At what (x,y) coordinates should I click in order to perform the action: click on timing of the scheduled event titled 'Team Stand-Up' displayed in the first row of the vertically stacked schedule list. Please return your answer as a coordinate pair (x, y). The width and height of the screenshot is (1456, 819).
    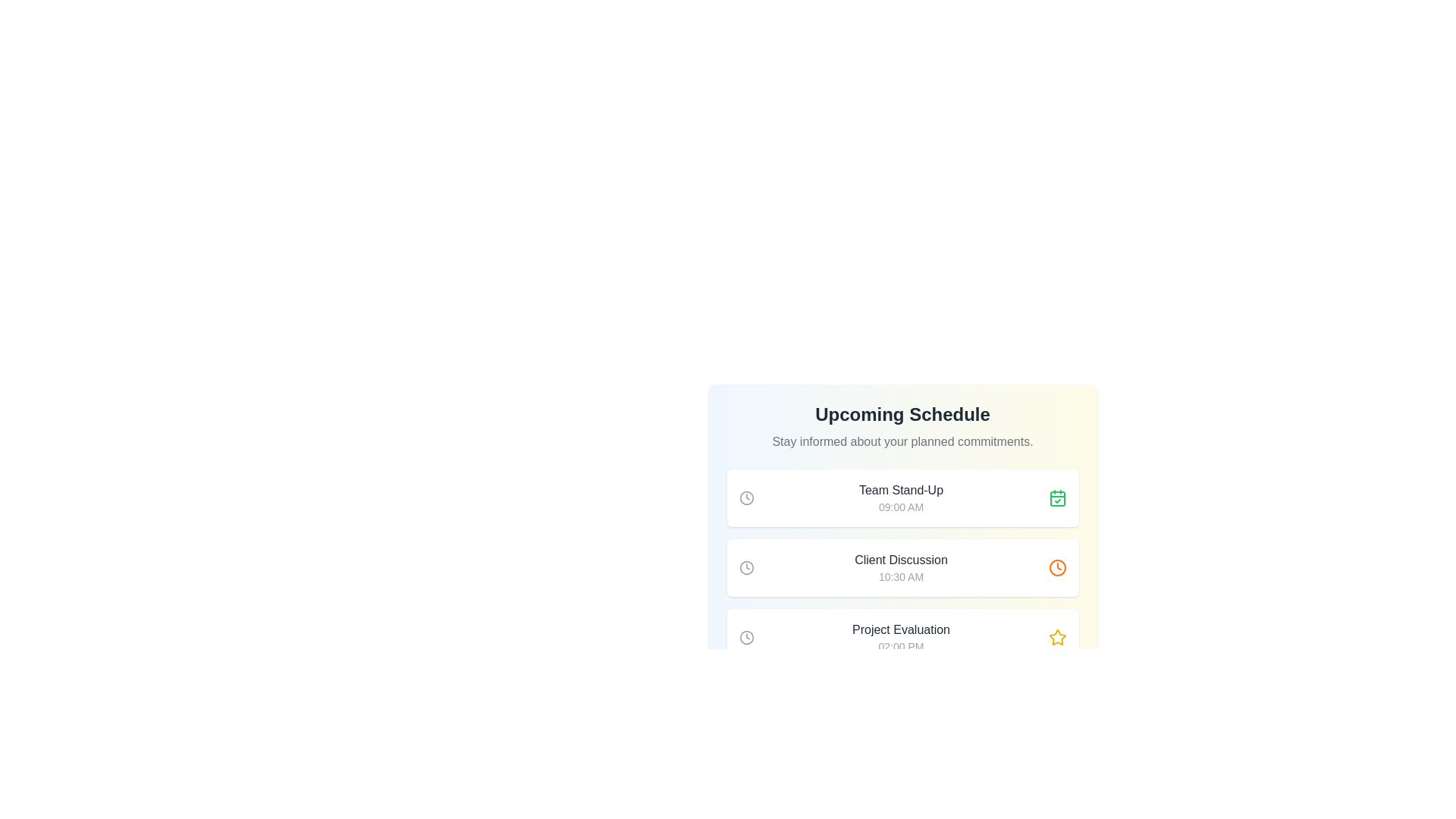
    Looking at the image, I should click on (901, 497).